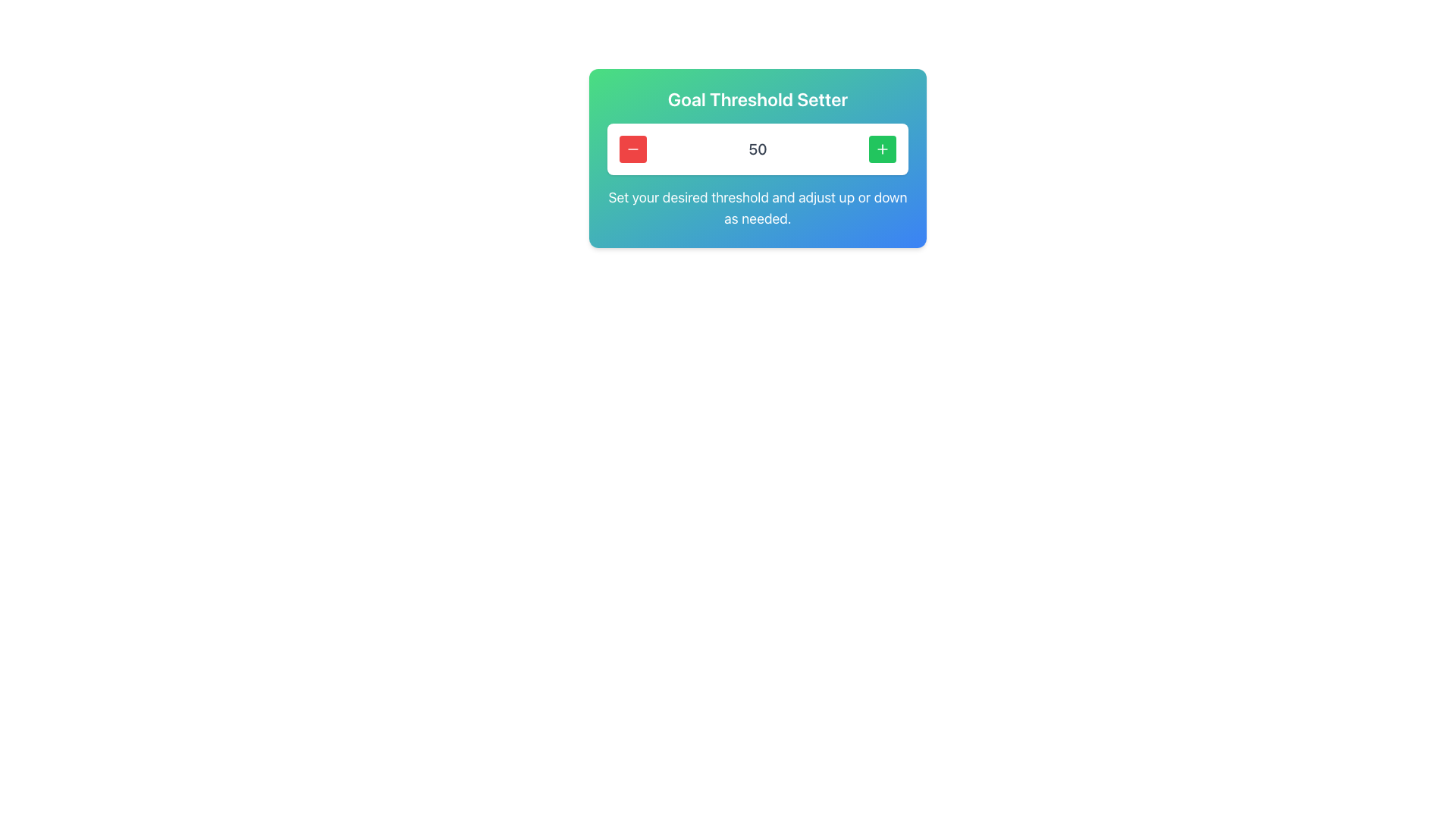  Describe the element at coordinates (633, 149) in the screenshot. I see `the square button with a red background and a white minus icon` at that location.